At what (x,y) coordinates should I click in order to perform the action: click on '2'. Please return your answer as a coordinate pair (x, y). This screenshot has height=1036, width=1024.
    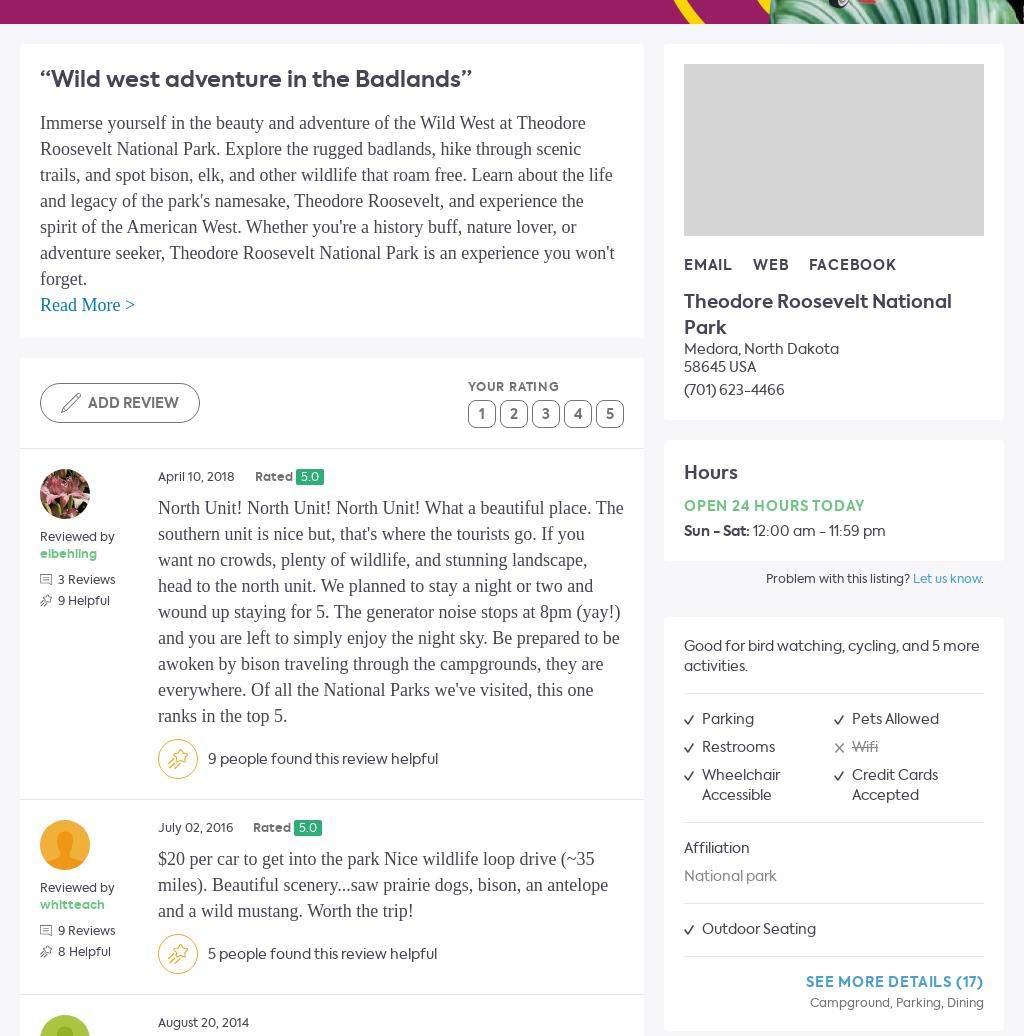
    Looking at the image, I should click on (514, 413).